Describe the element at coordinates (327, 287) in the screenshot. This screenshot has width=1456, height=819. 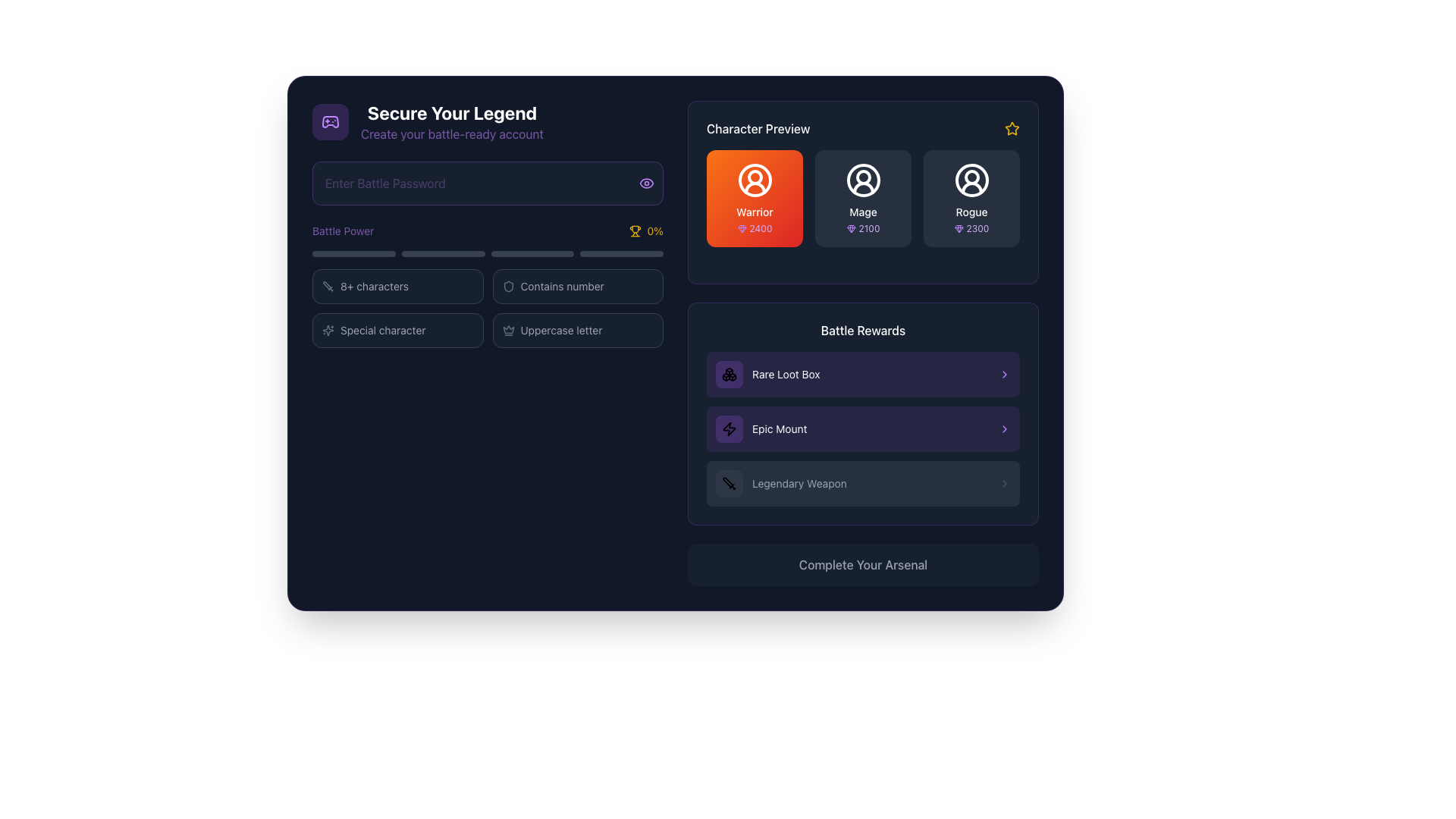
I see `the decorative icon positioned to the left of the text '8+ characters', which indicates a feature or requirement related to the text` at that location.